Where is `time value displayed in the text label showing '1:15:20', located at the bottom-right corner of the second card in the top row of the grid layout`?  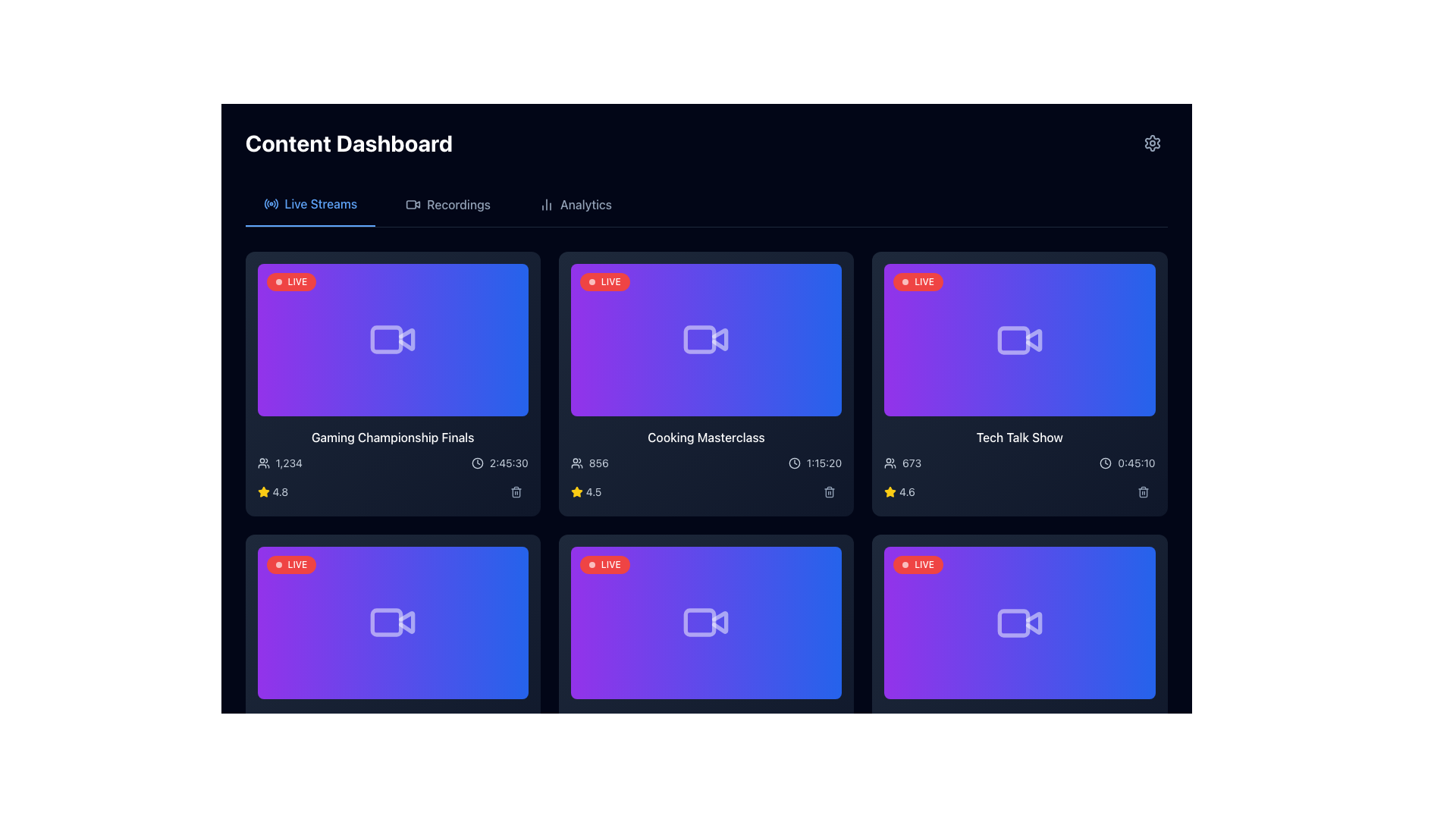 time value displayed in the text label showing '1:15:20', located at the bottom-right corner of the second card in the top row of the grid layout is located at coordinates (824, 462).